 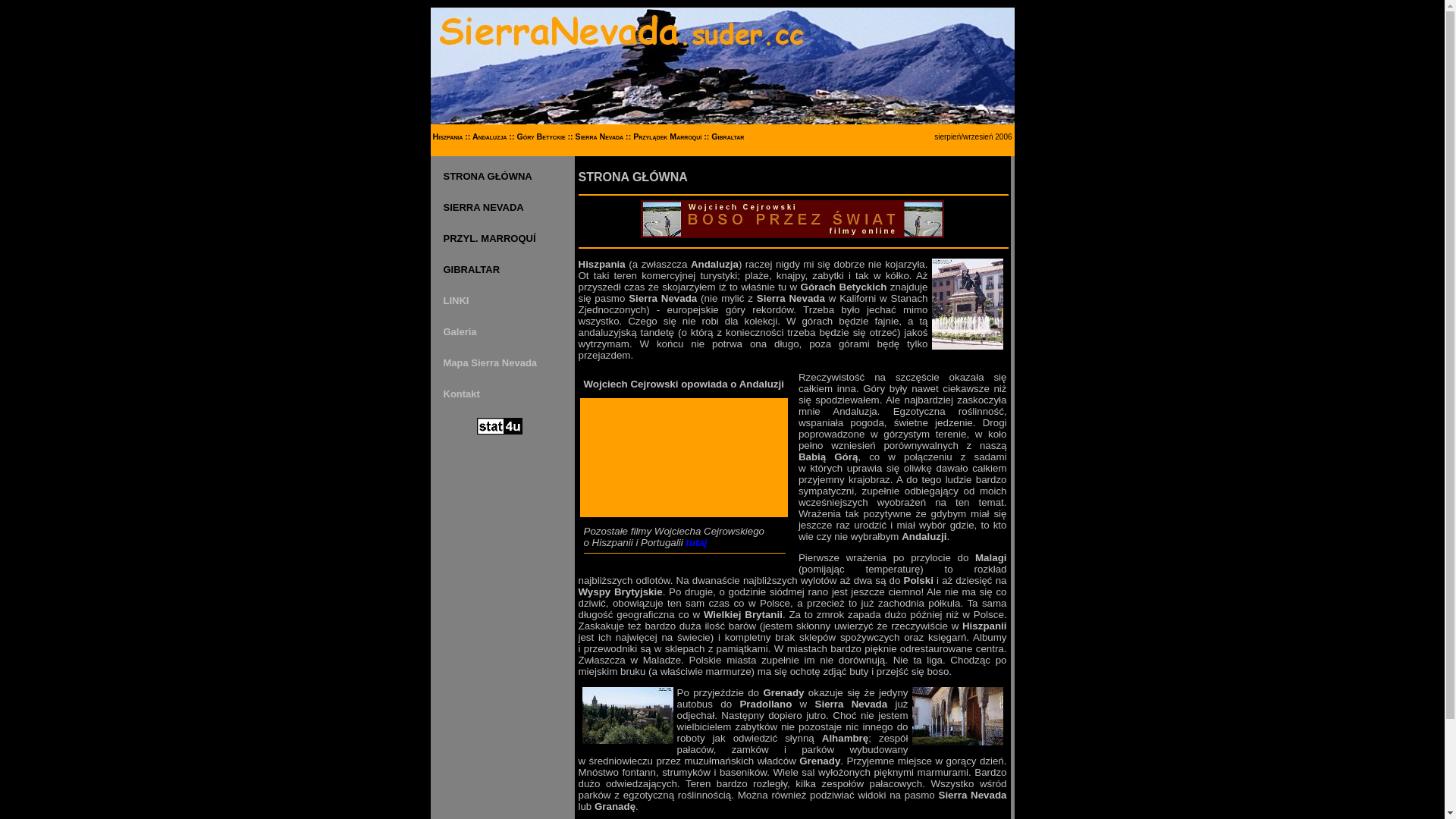 What do you see at coordinates (442, 393) in the screenshot?
I see `'Kontakt'` at bounding box center [442, 393].